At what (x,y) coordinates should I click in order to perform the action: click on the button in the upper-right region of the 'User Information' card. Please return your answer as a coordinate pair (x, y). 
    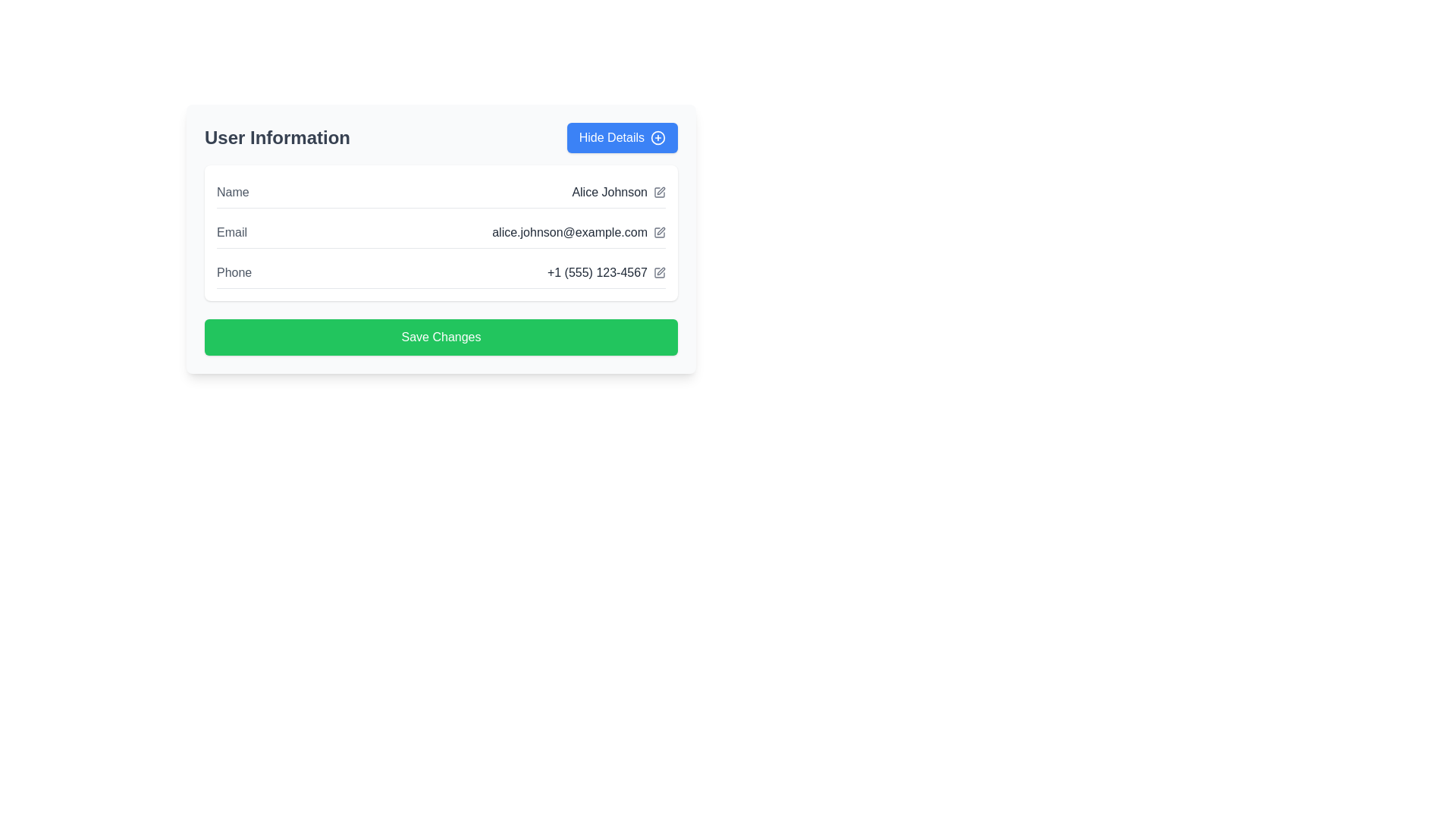
    Looking at the image, I should click on (622, 137).